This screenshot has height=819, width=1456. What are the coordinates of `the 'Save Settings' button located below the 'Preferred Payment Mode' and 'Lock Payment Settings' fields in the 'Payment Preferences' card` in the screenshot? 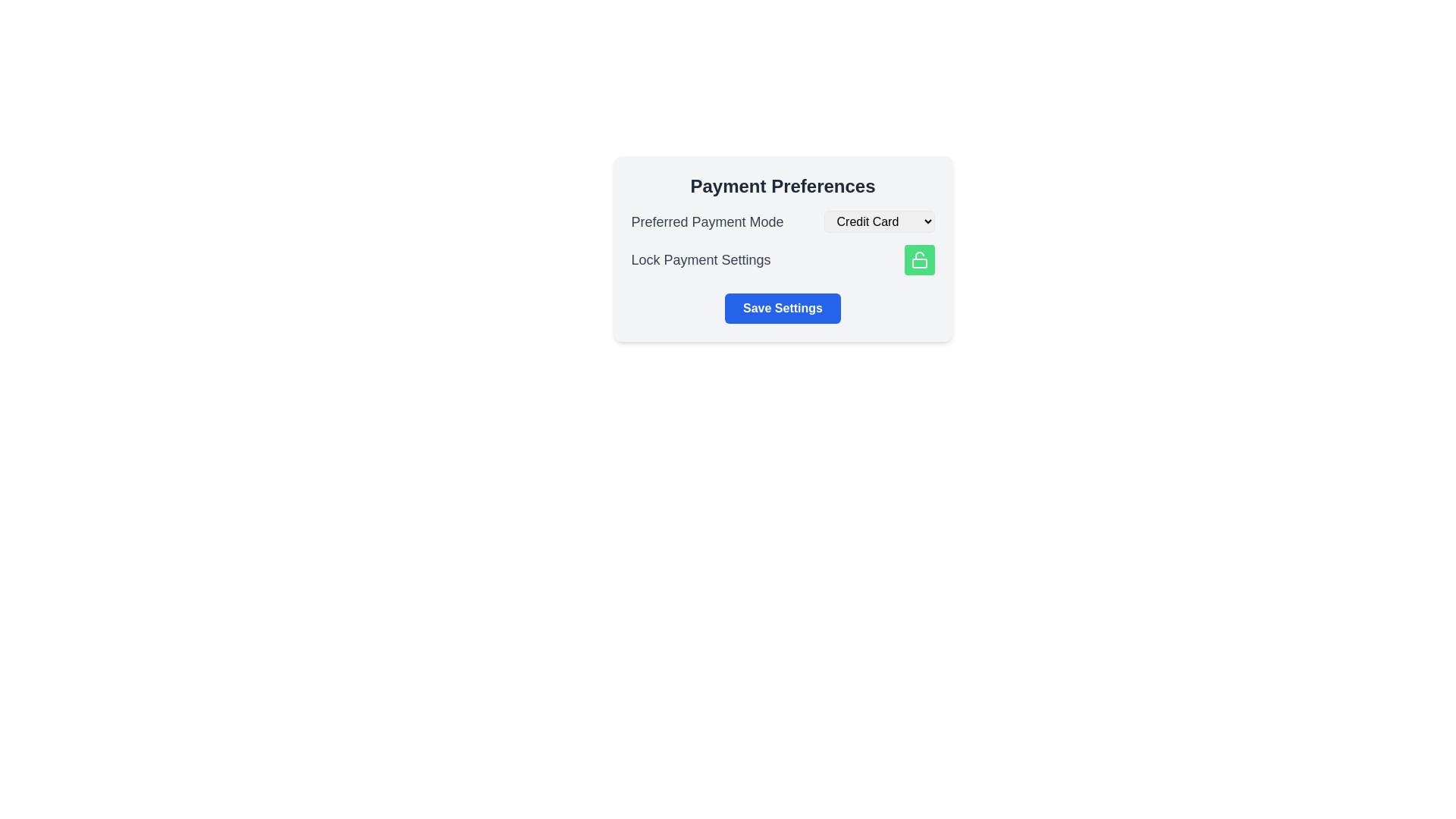 It's located at (783, 308).